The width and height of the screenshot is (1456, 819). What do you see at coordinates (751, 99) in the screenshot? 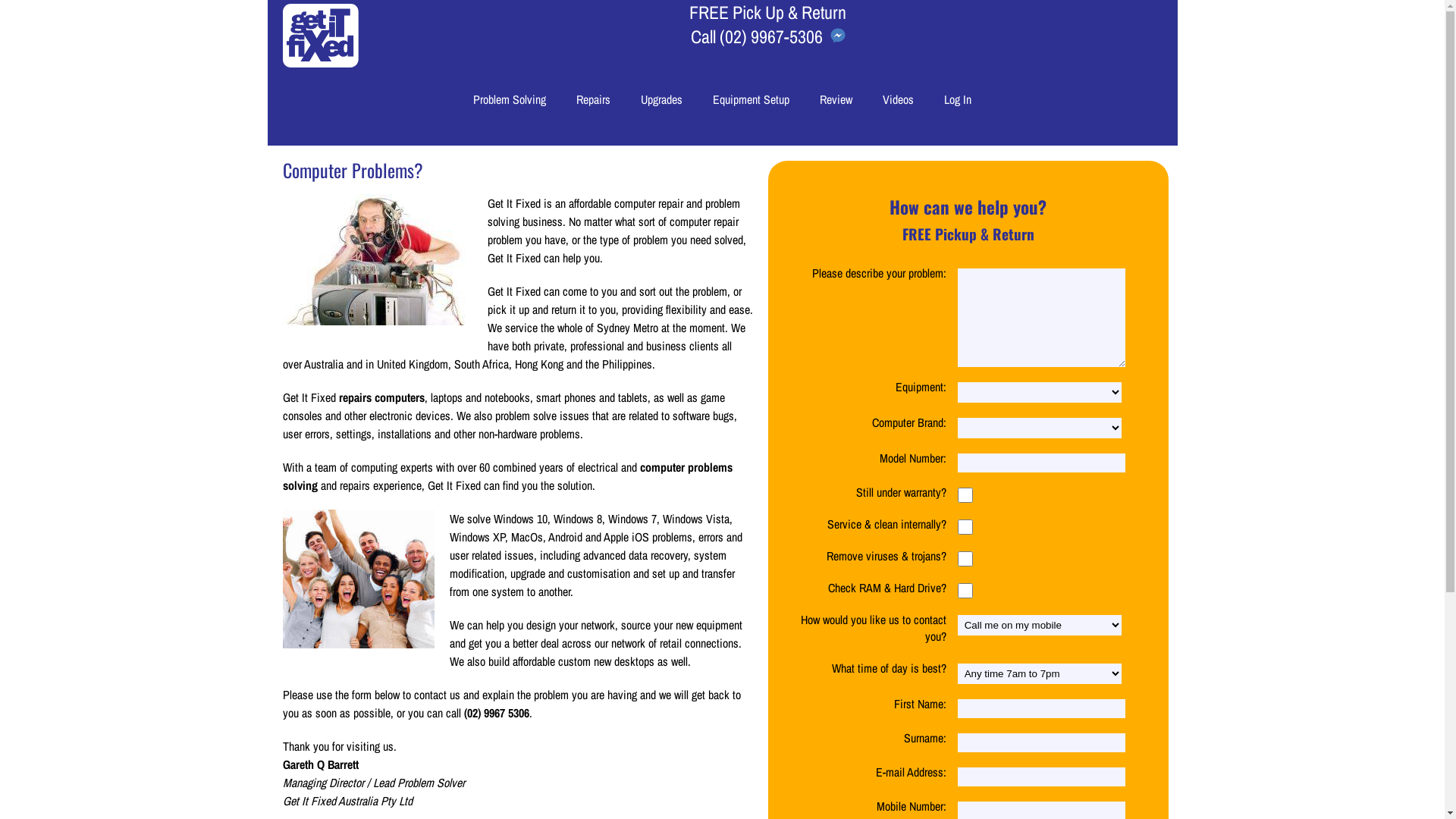
I see `'Equipment Setup'` at bounding box center [751, 99].